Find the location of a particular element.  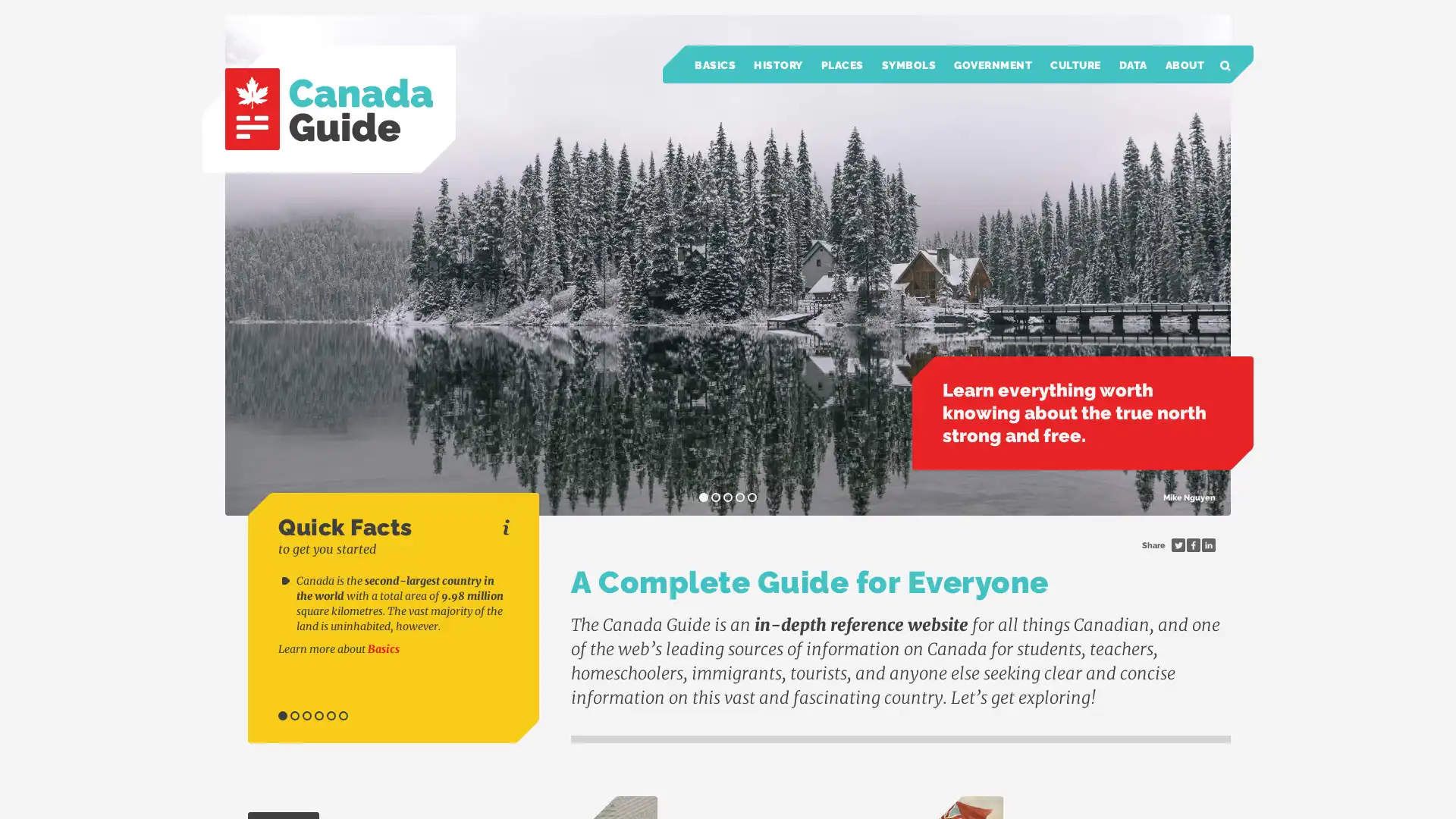

Go to slide 3 is located at coordinates (728, 497).